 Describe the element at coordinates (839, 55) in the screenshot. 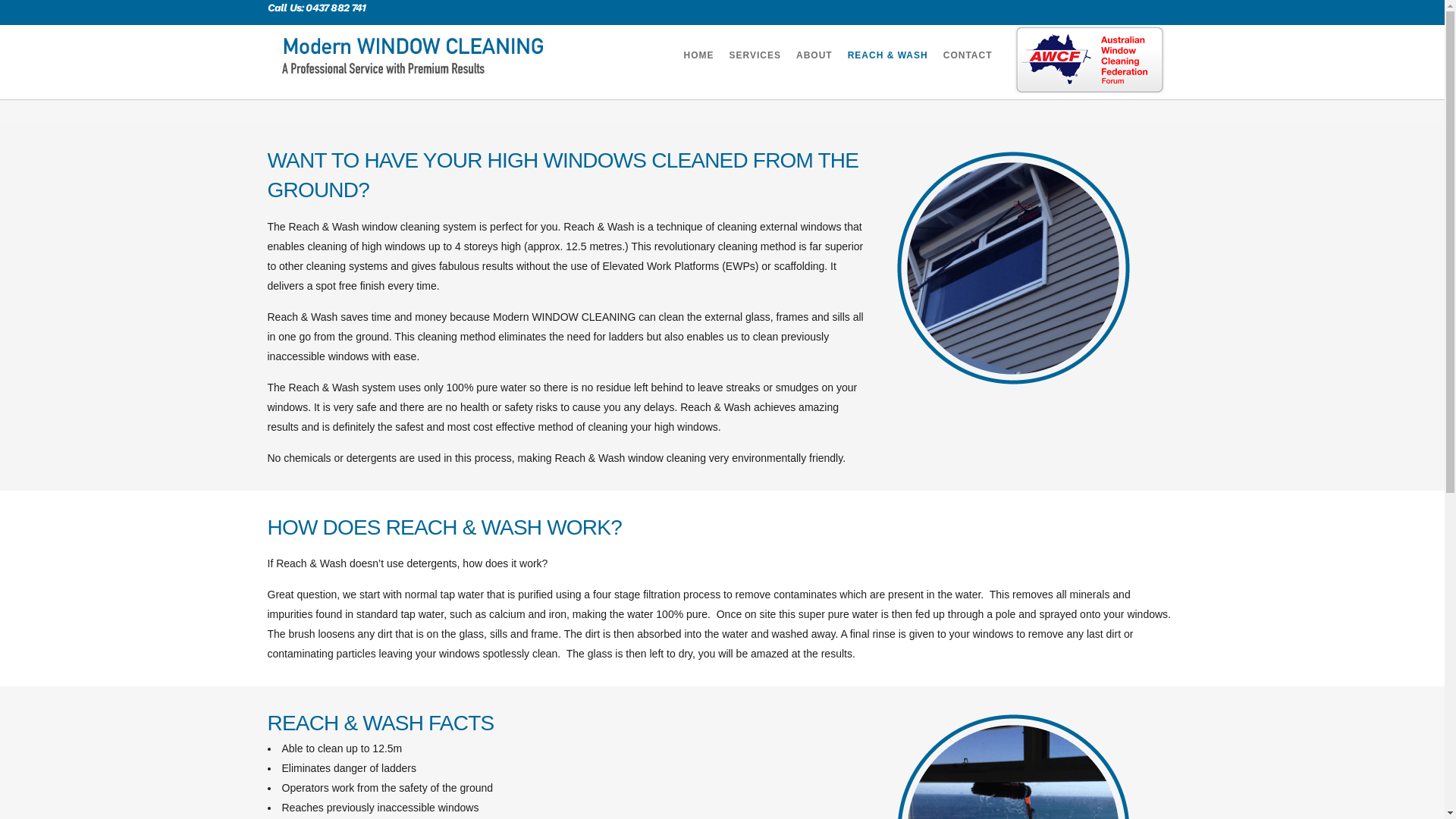

I see `'REACH & WASH'` at that location.